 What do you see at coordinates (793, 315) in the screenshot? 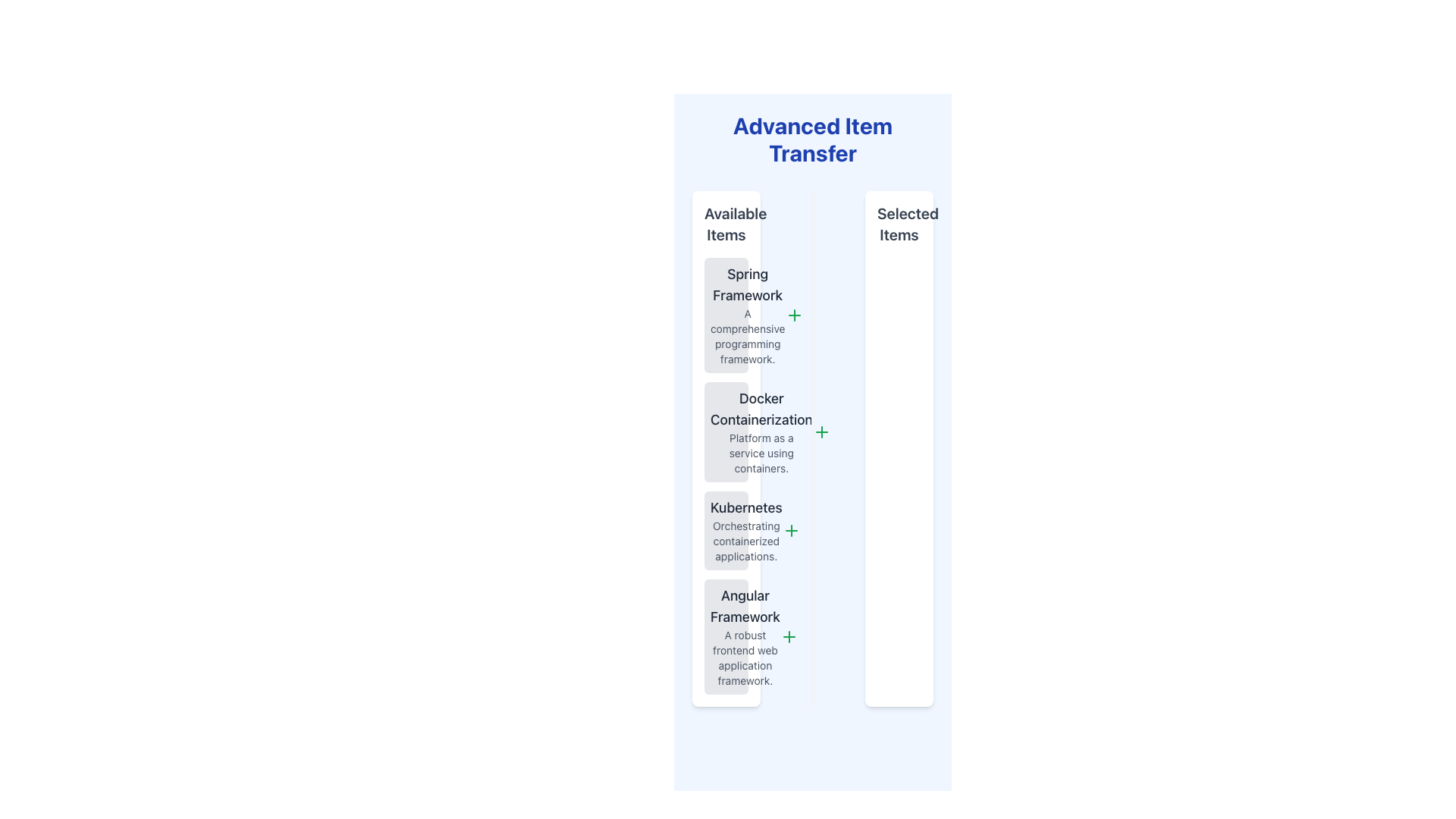
I see `the green plus icon button located in the upper right corner of the 'Spring Framework' item card in the 'Available Items' column` at bounding box center [793, 315].